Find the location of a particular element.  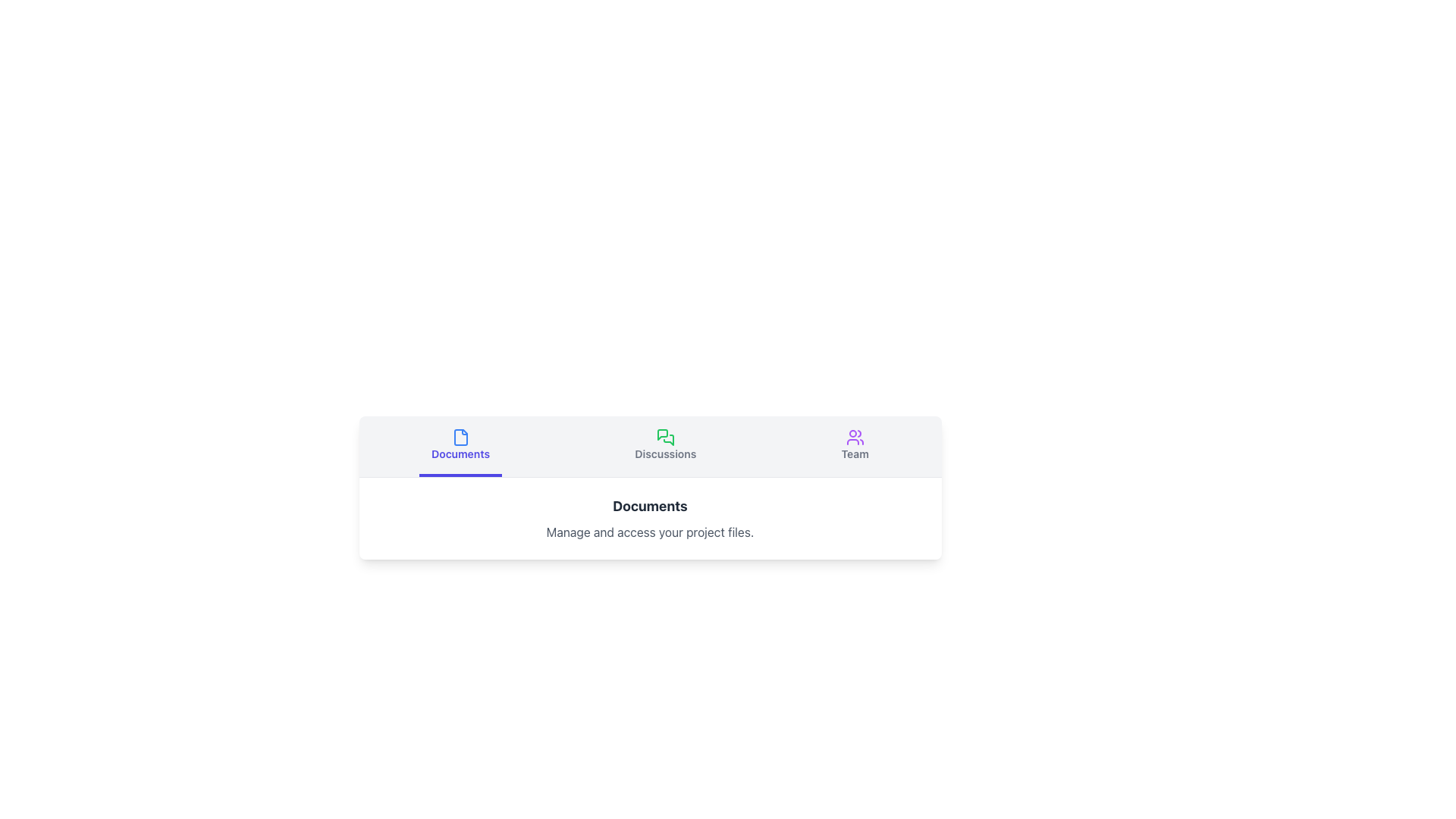

the 'Discussions' button, which features an icon of two overlapping speech bubbles in green and a gray text label below it that changes to light indigo on hover is located at coordinates (665, 445).